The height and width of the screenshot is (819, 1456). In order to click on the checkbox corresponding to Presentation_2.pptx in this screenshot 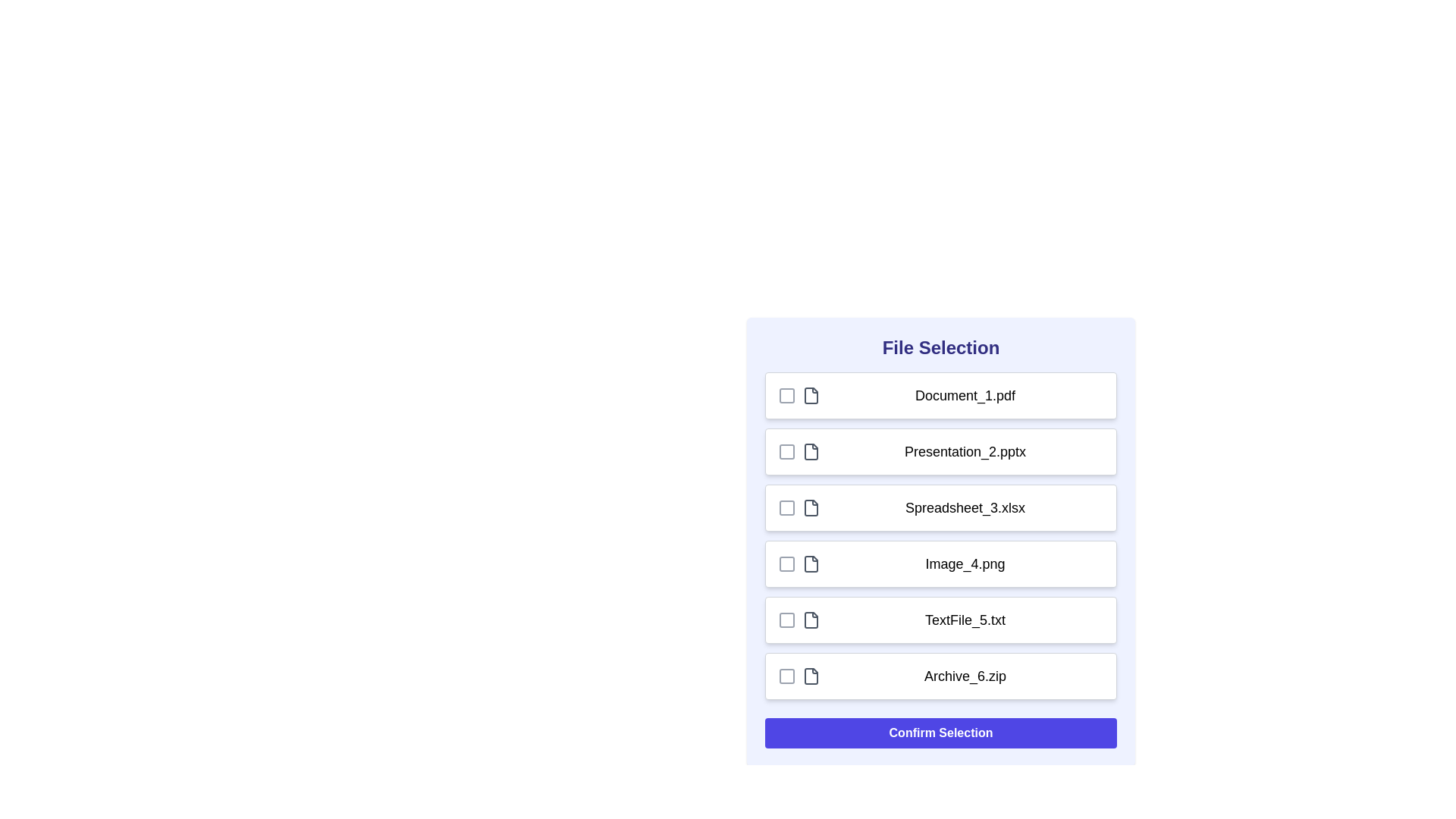, I will do `click(786, 451)`.